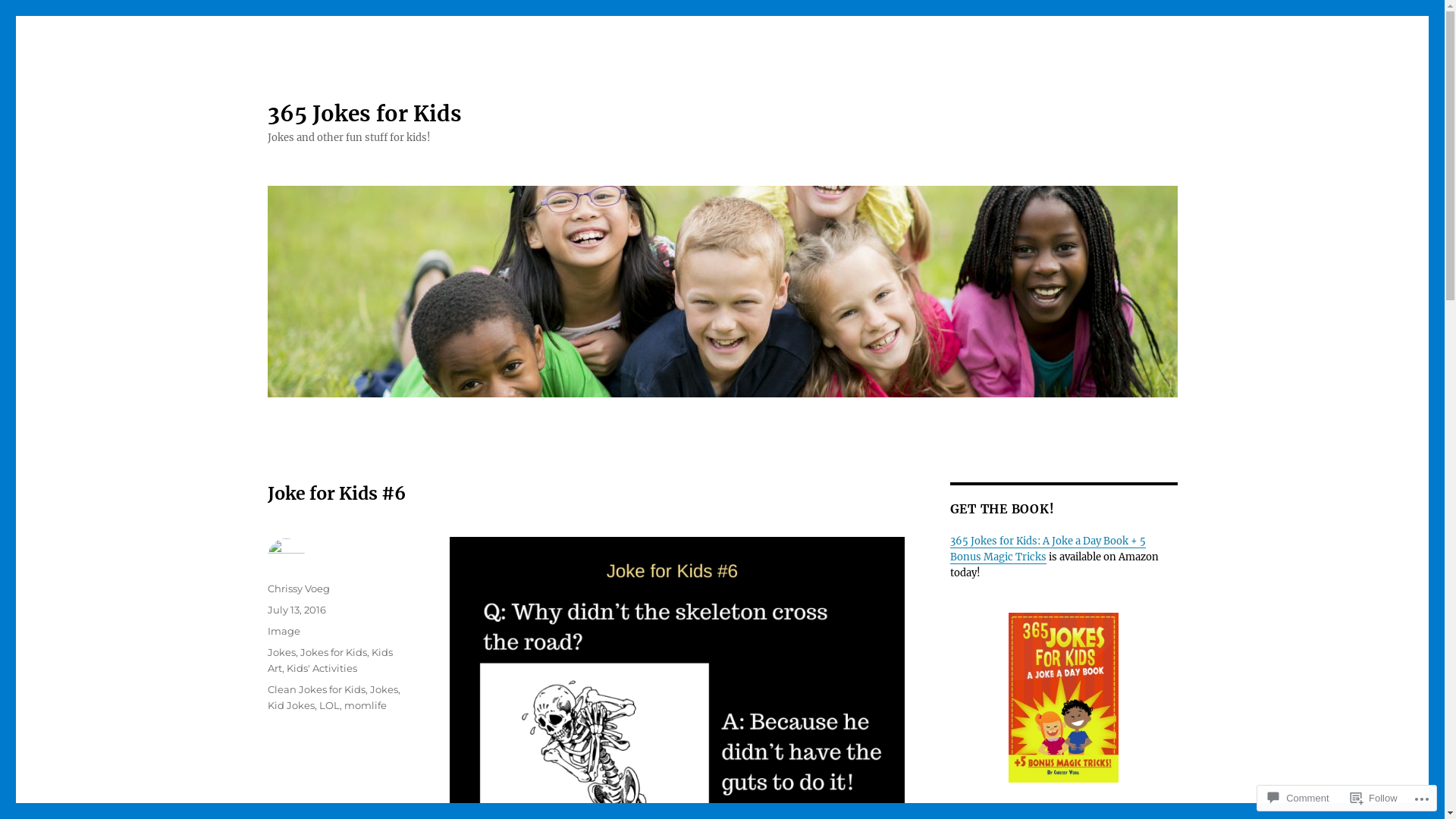 This screenshot has width=1456, height=819. What do you see at coordinates (315, 689) in the screenshot?
I see `'Clean Jokes for Kids'` at bounding box center [315, 689].